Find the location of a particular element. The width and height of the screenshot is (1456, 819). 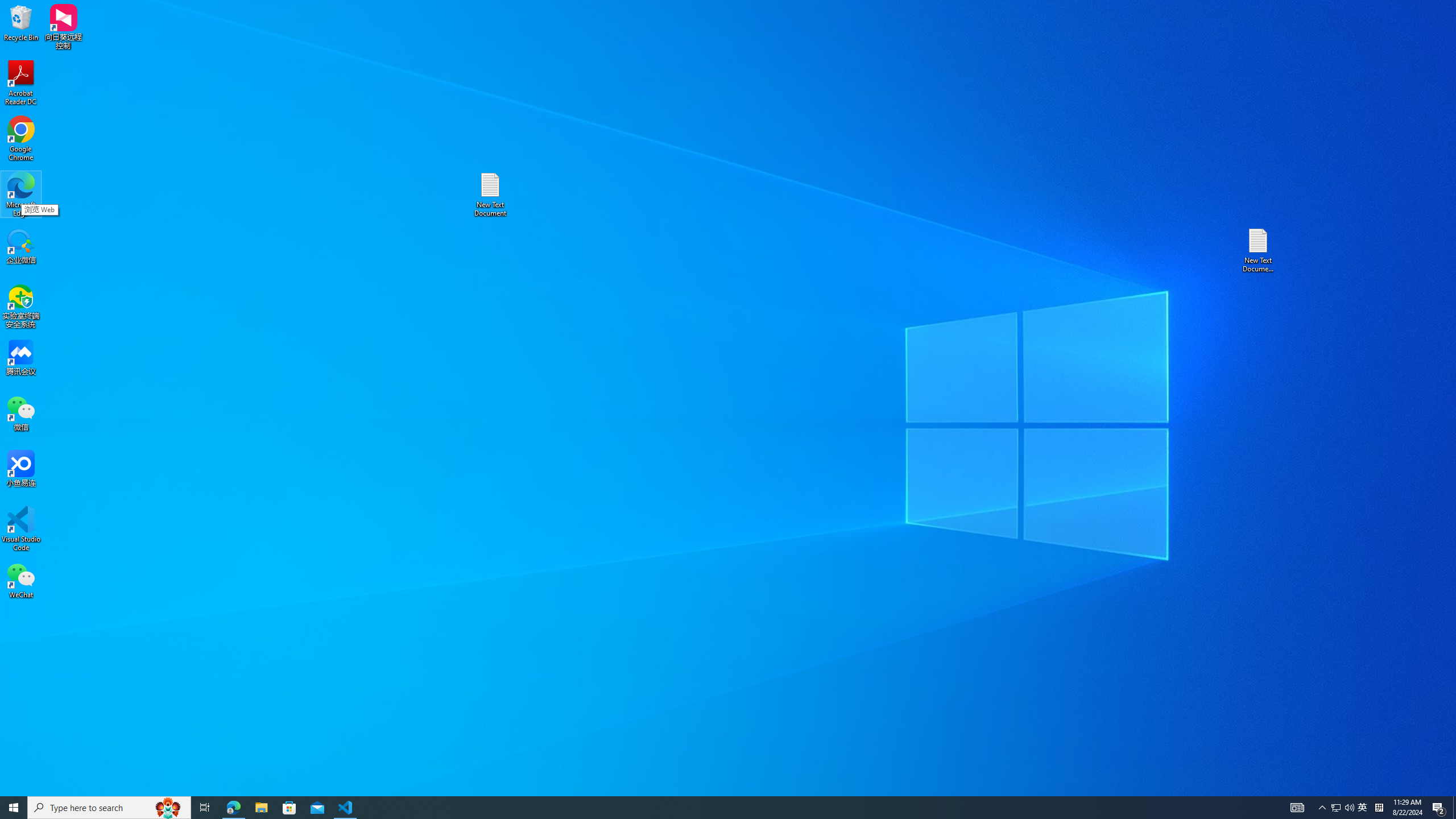

'New Text Document (2)' is located at coordinates (1259, 249).